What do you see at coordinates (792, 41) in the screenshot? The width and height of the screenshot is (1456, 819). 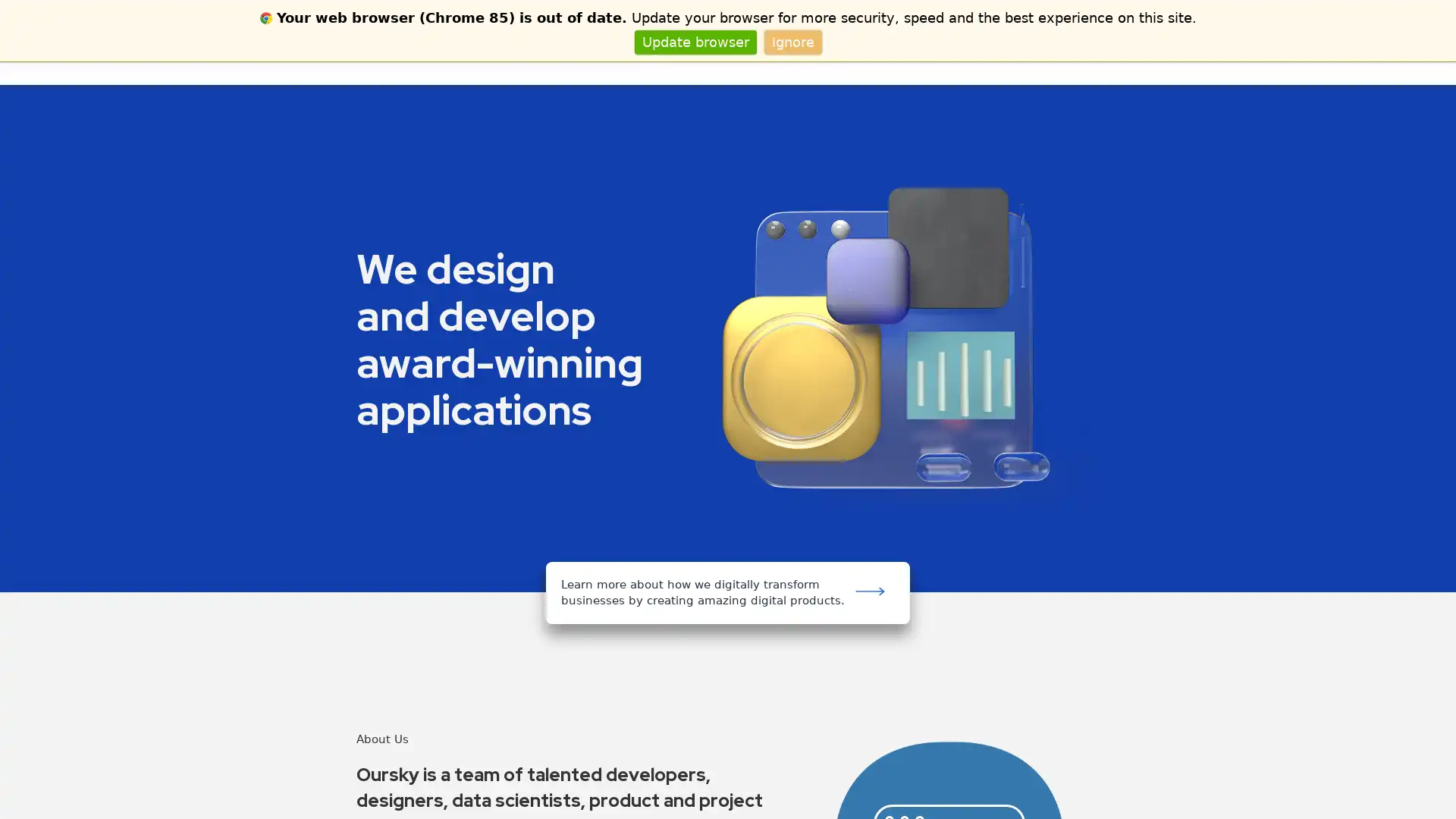 I see `Ignore` at bounding box center [792, 41].